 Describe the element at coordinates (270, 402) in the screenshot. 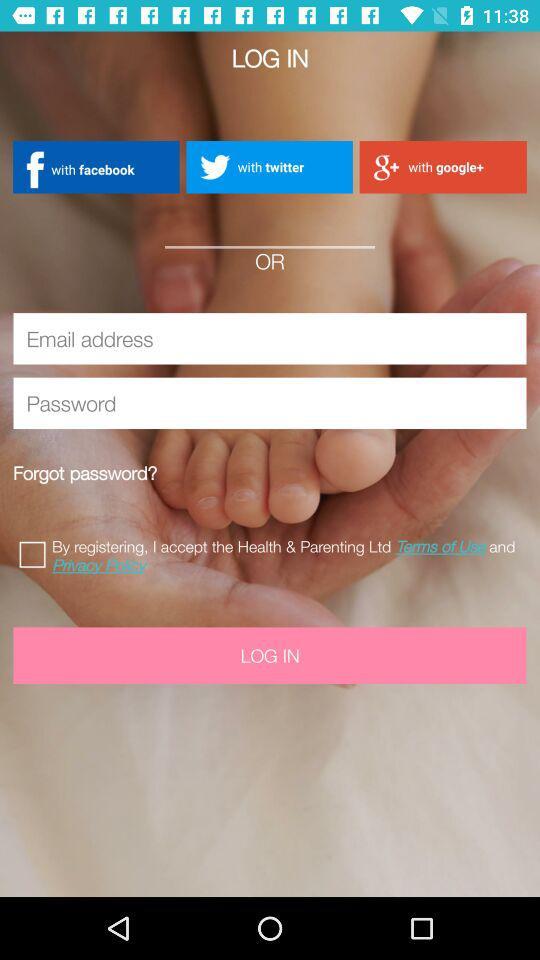

I see `password field` at that location.